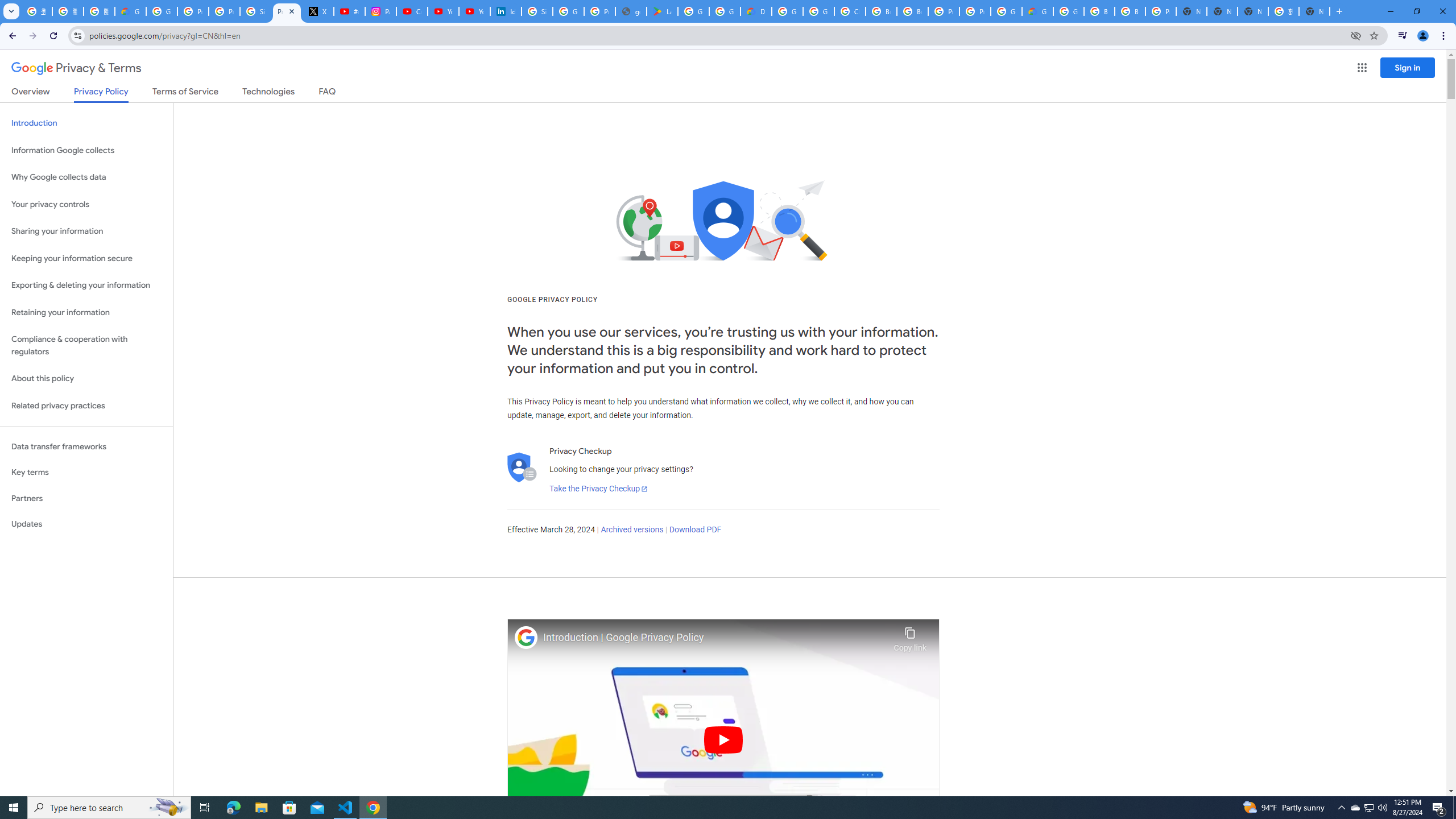  I want to click on 'Last Shelter: Survival - Apps on Google Play', so click(661, 11).